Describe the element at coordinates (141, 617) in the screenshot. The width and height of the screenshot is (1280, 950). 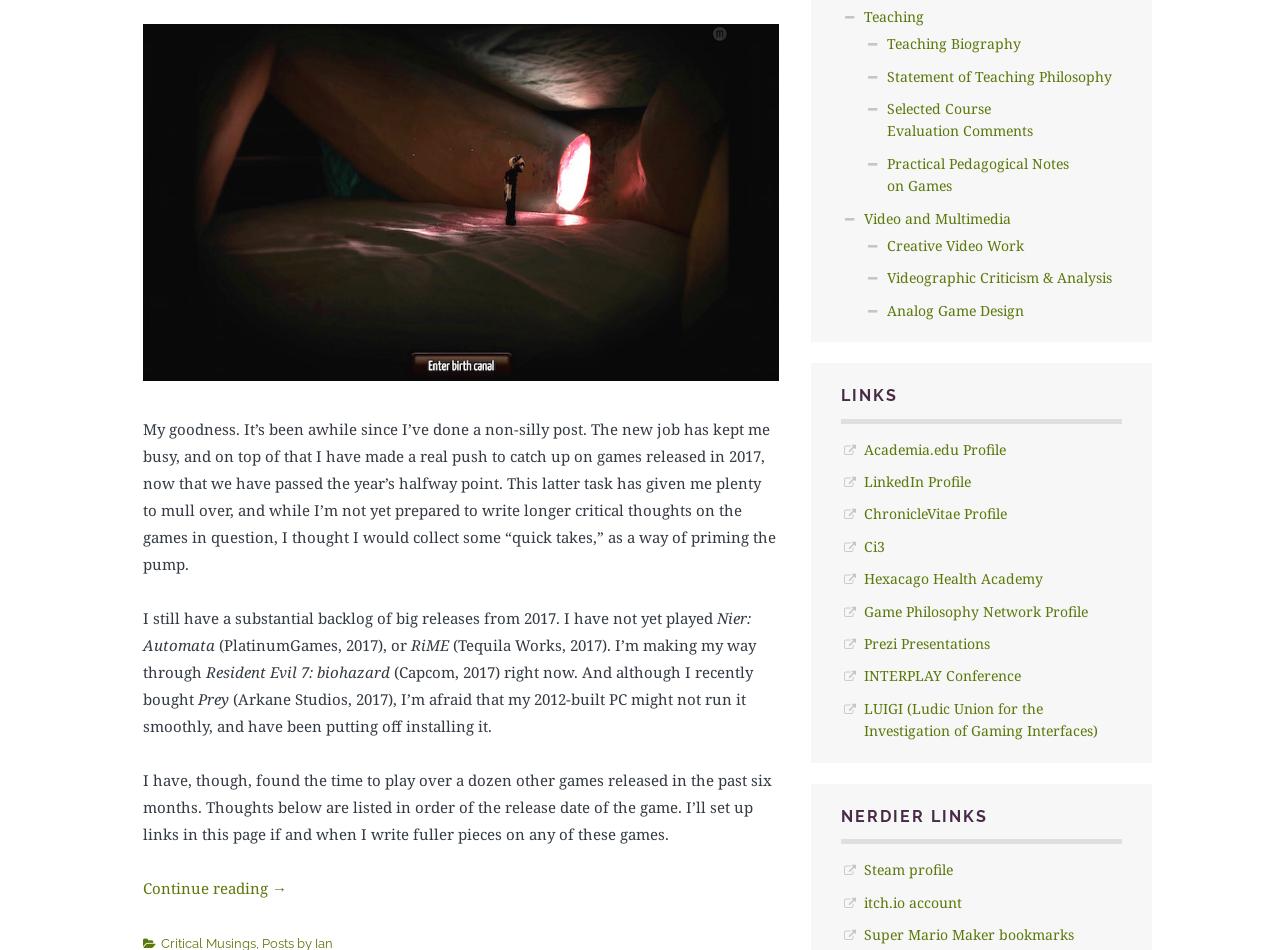
I see `'I still have a substantial backlog of big releases from 2017. I have not yet played'` at that location.